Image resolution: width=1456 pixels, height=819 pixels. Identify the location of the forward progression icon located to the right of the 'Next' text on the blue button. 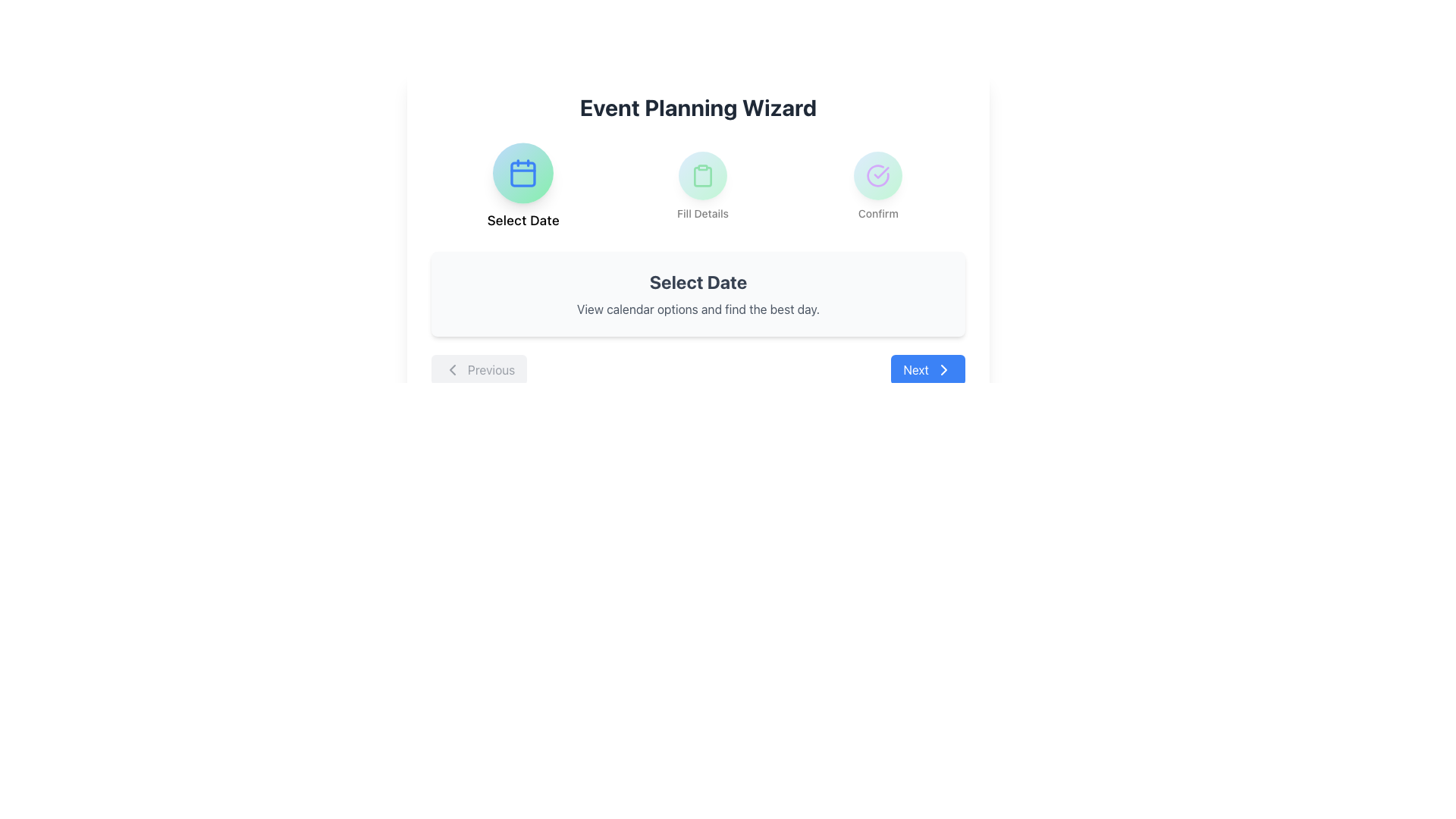
(943, 370).